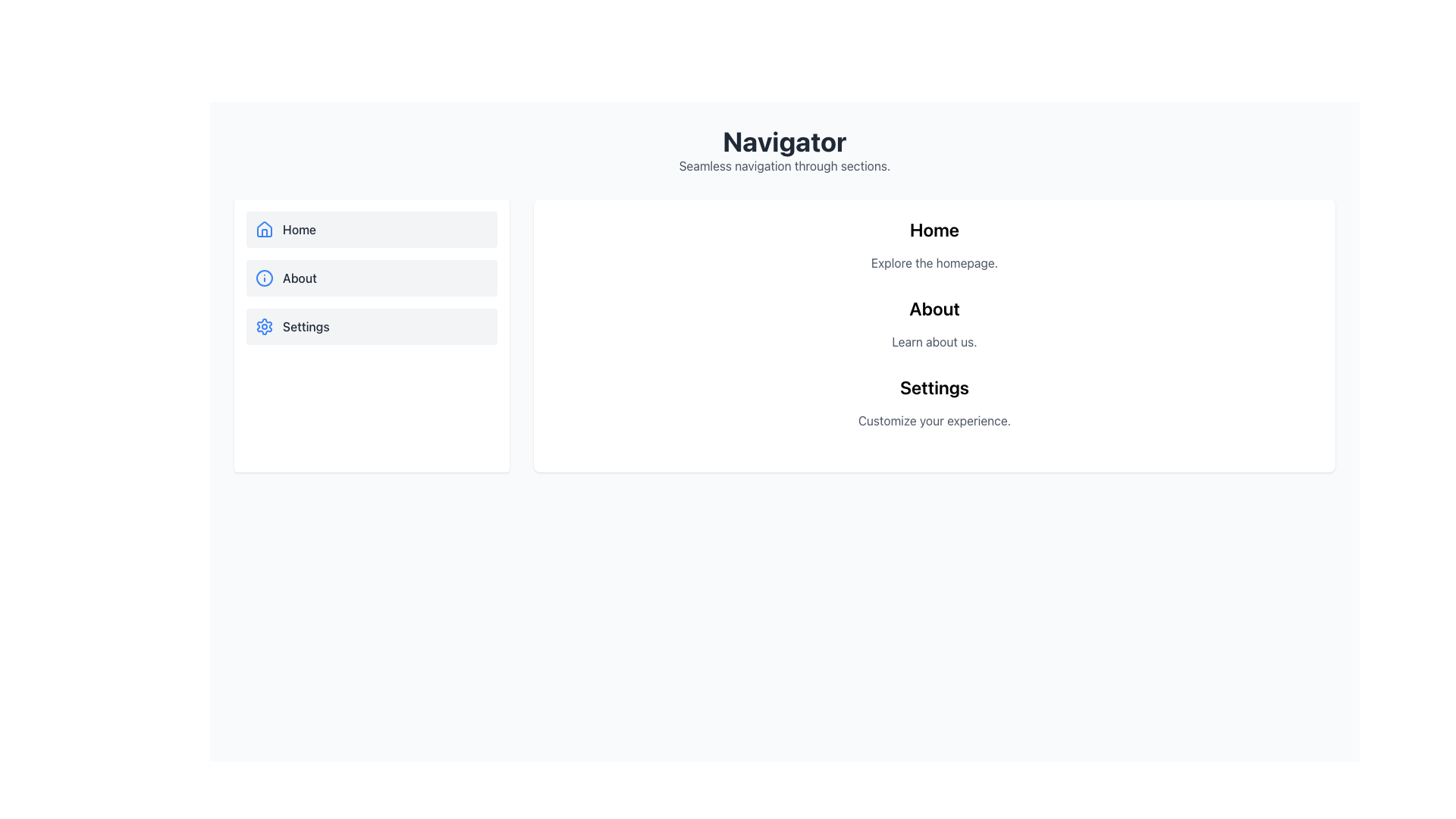 The height and width of the screenshot is (819, 1456). I want to click on the header and description area for the 'Home' section located in the right-hand panel, below the title 'Navigator.', so click(934, 244).